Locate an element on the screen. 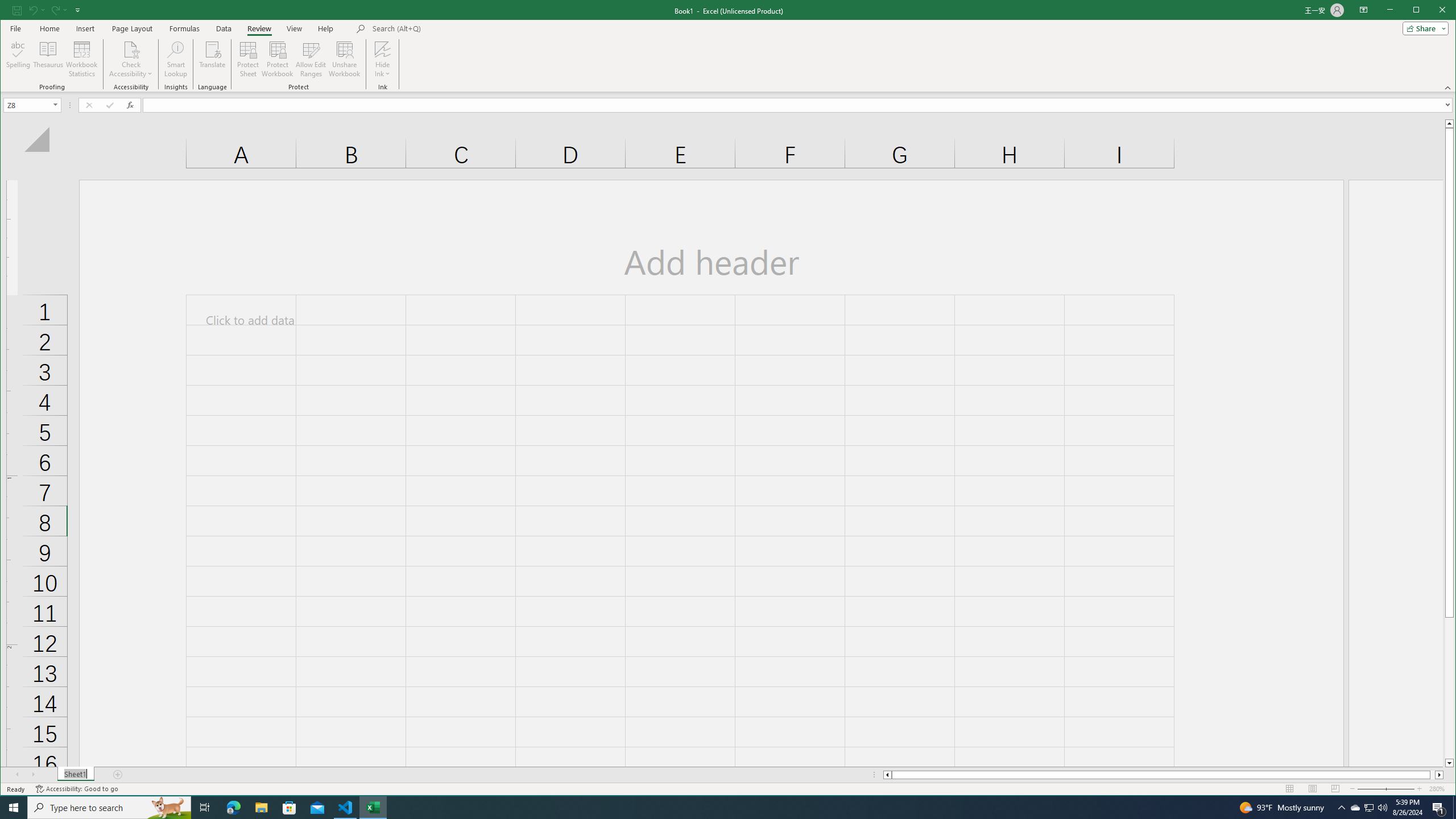 The height and width of the screenshot is (819, 1456). 'Page right' is located at coordinates (1433, 775).